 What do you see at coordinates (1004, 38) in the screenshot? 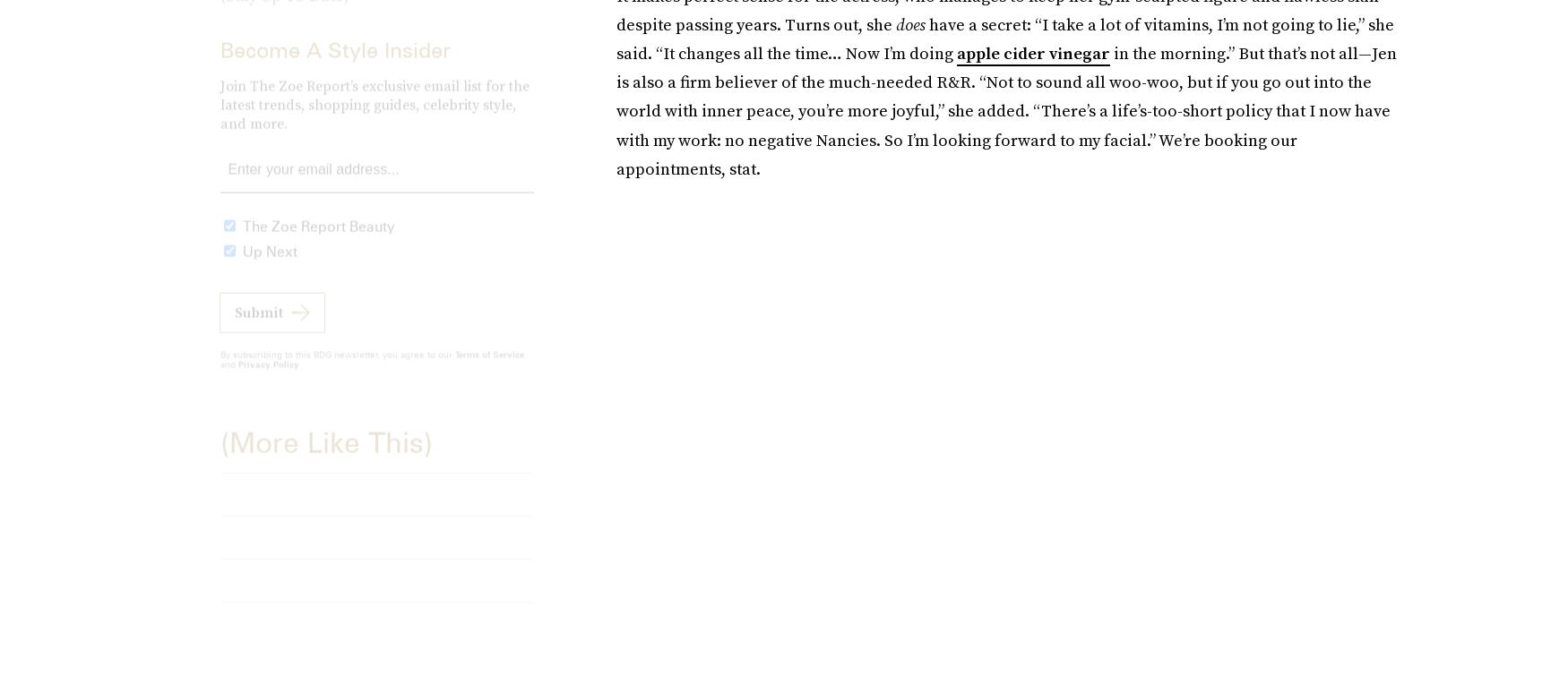
I see `'have a secret: “I take a lot of vitamins, I’m not going to lie,” she said. “It changes all the time… Now I’m doing'` at bounding box center [1004, 38].